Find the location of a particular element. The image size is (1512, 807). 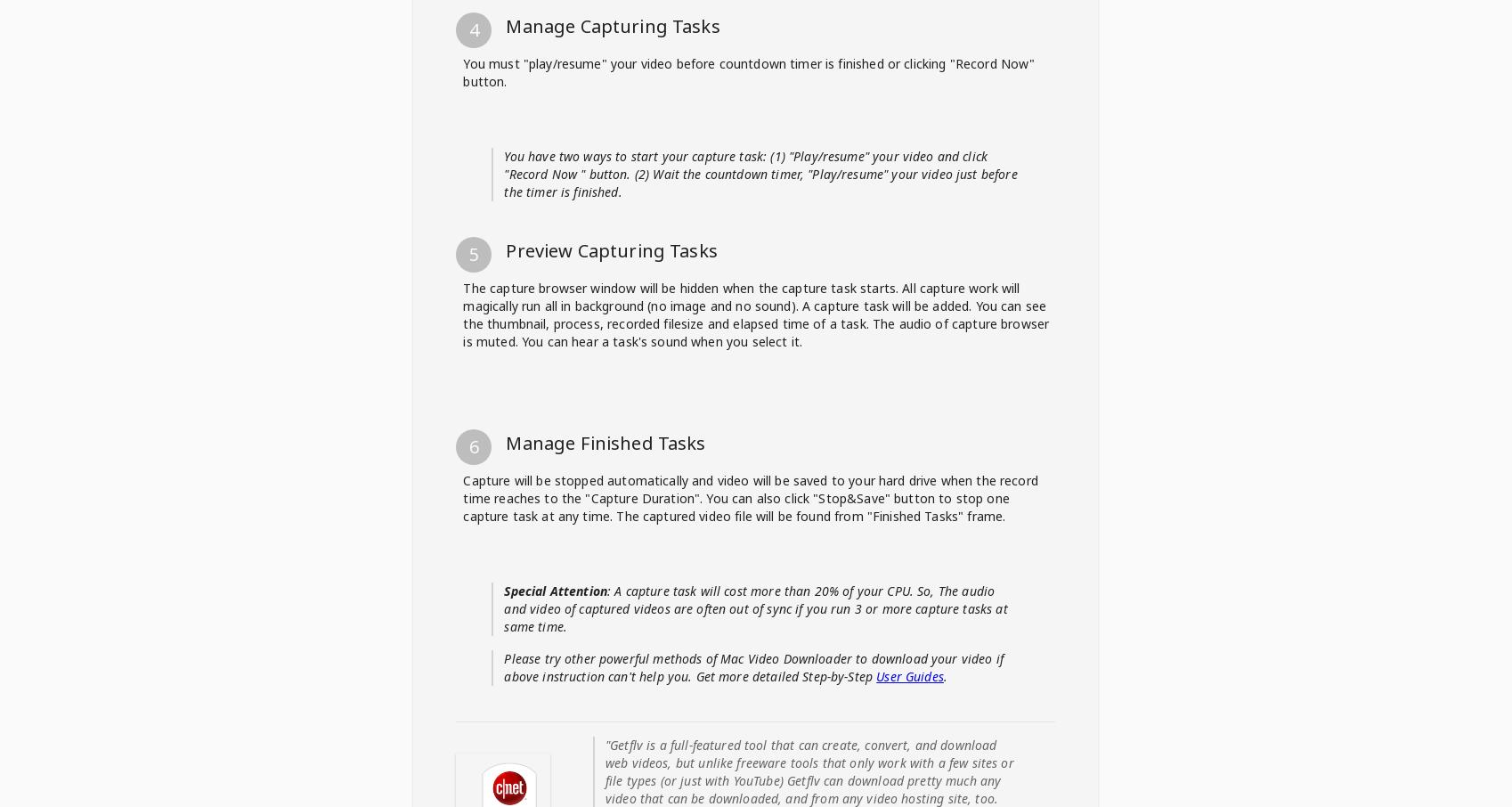

'5' is located at coordinates (473, 765).